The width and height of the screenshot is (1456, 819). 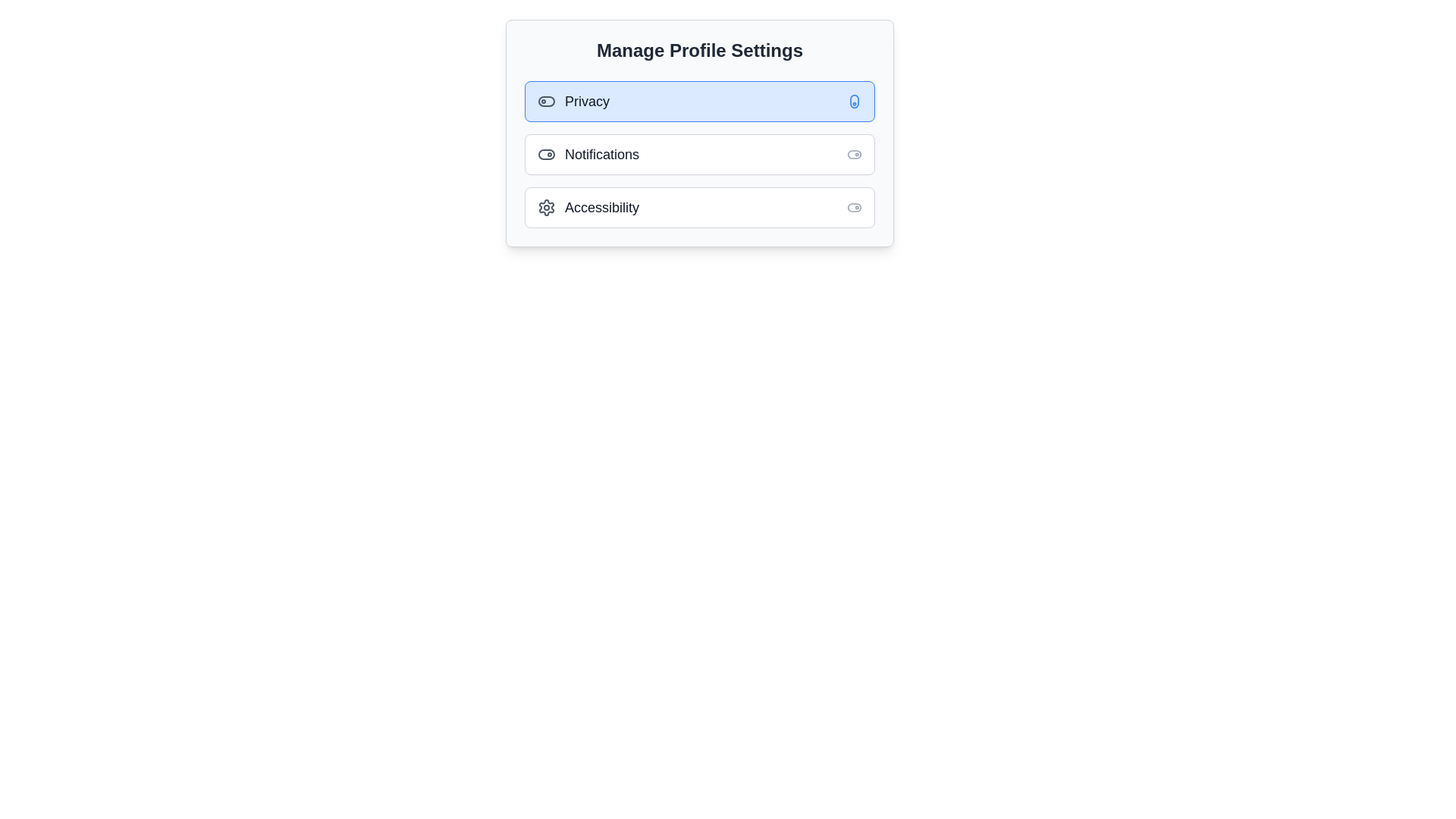 I want to click on the 'Notifications' button in the 'Manage Profile Settings' panel to interact with the toggle switch, so click(x=698, y=155).